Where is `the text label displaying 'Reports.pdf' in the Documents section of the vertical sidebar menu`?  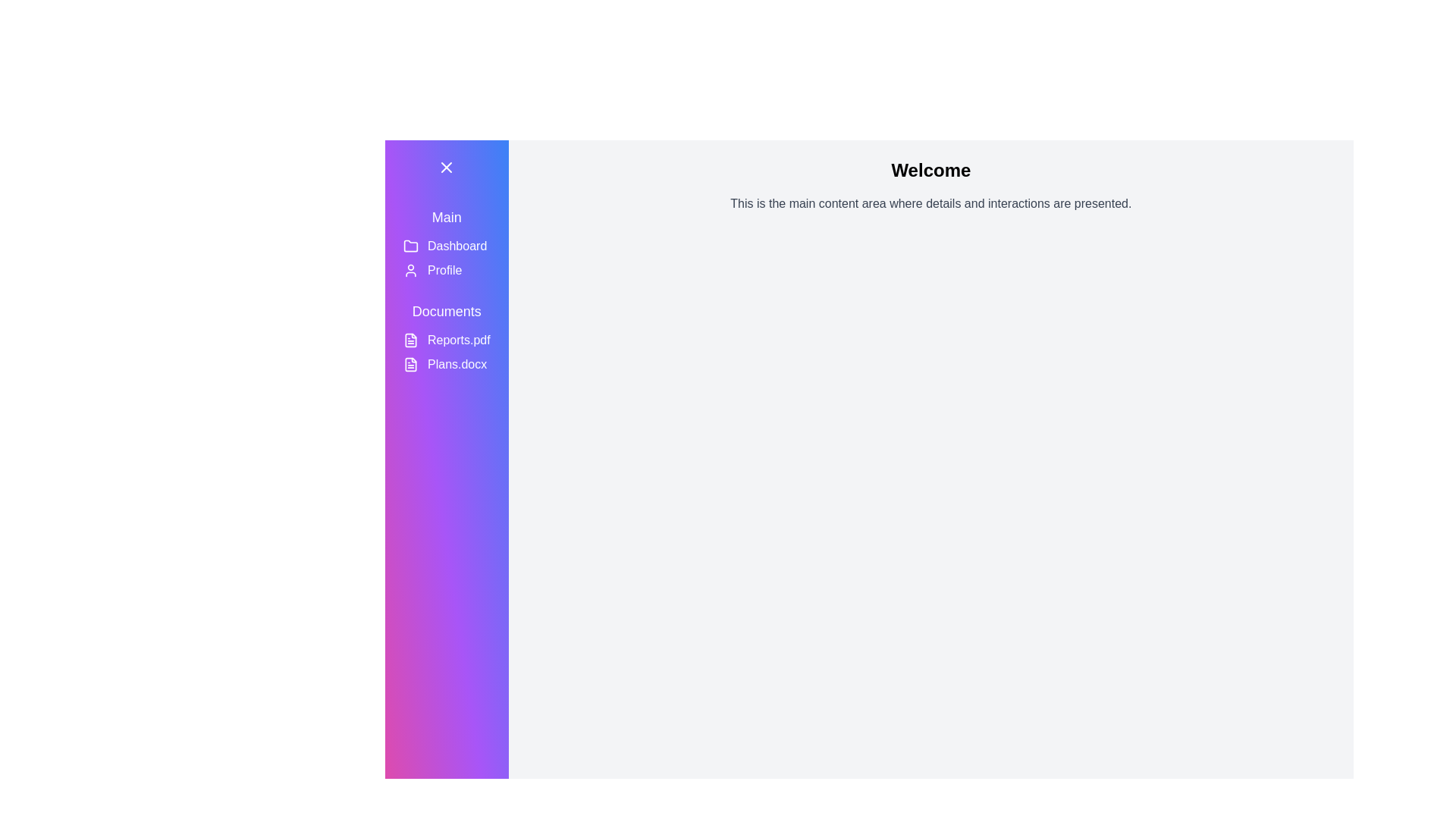
the text label displaying 'Reports.pdf' in the Documents section of the vertical sidebar menu is located at coordinates (446, 338).